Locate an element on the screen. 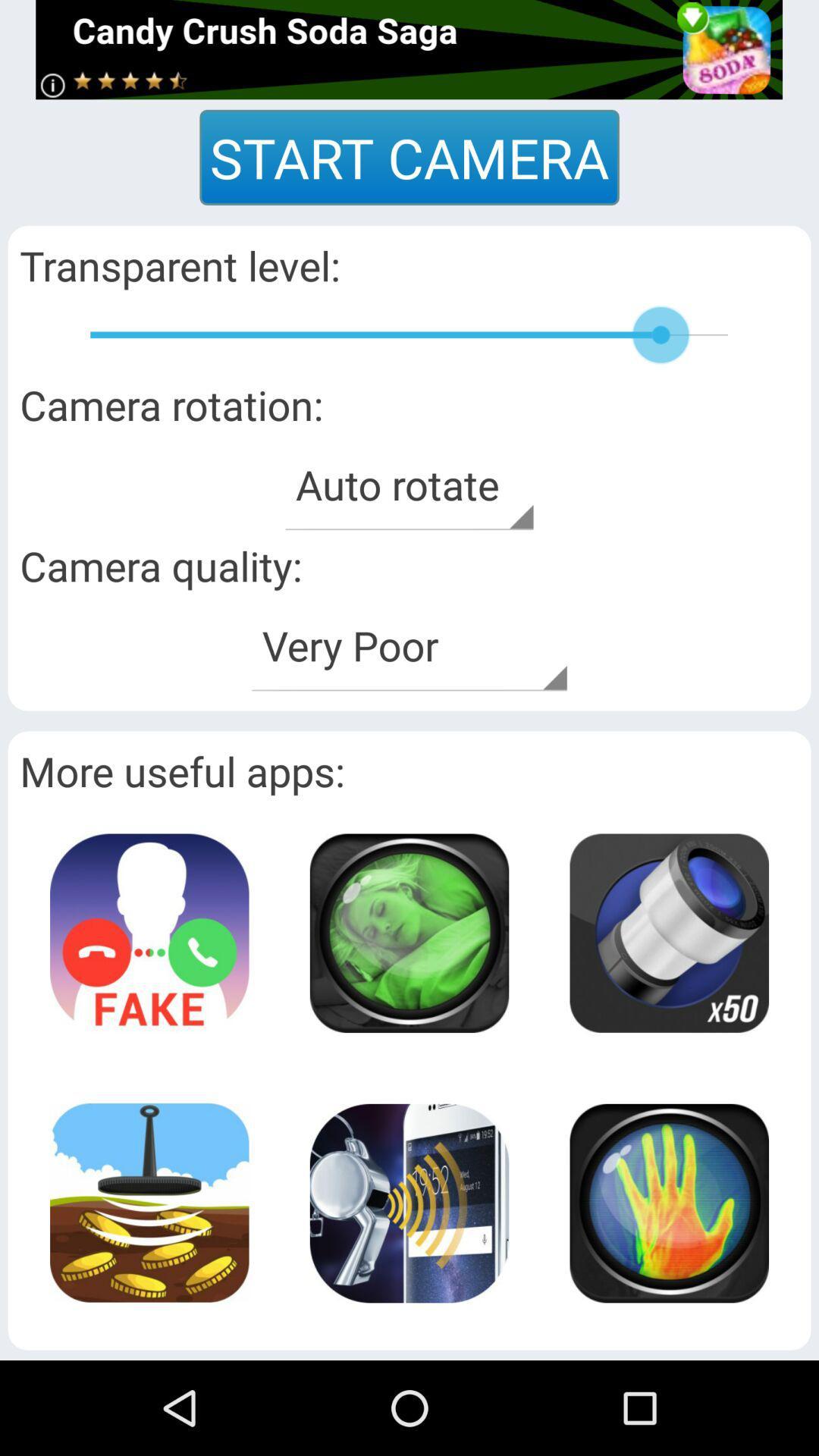 This screenshot has height=1456, width=819. advertisement area is located at coordinates (668, 1202).